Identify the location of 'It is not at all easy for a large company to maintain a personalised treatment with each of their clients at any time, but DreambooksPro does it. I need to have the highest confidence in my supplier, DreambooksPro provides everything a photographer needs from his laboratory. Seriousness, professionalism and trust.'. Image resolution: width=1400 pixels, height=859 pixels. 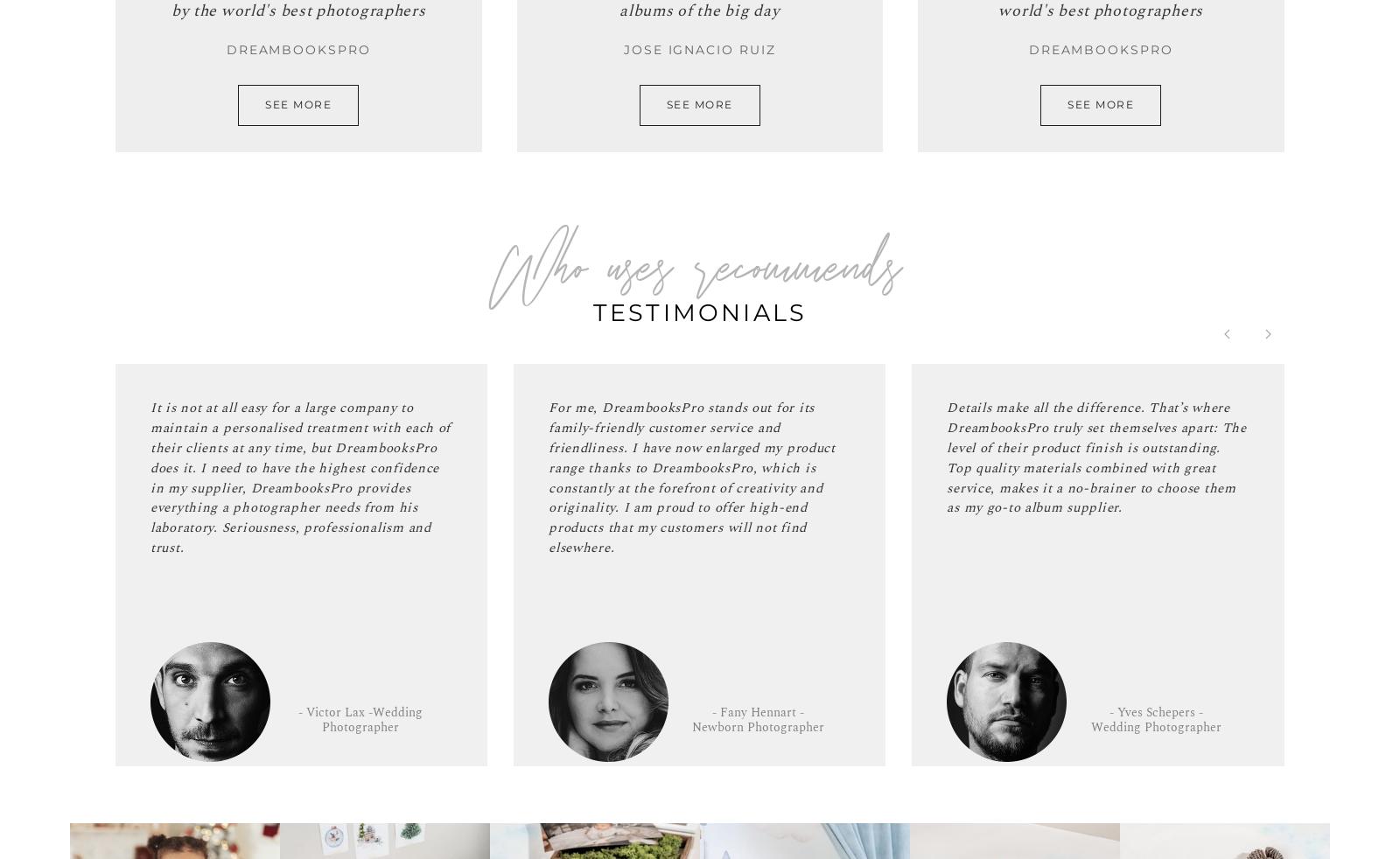
(300, 477).